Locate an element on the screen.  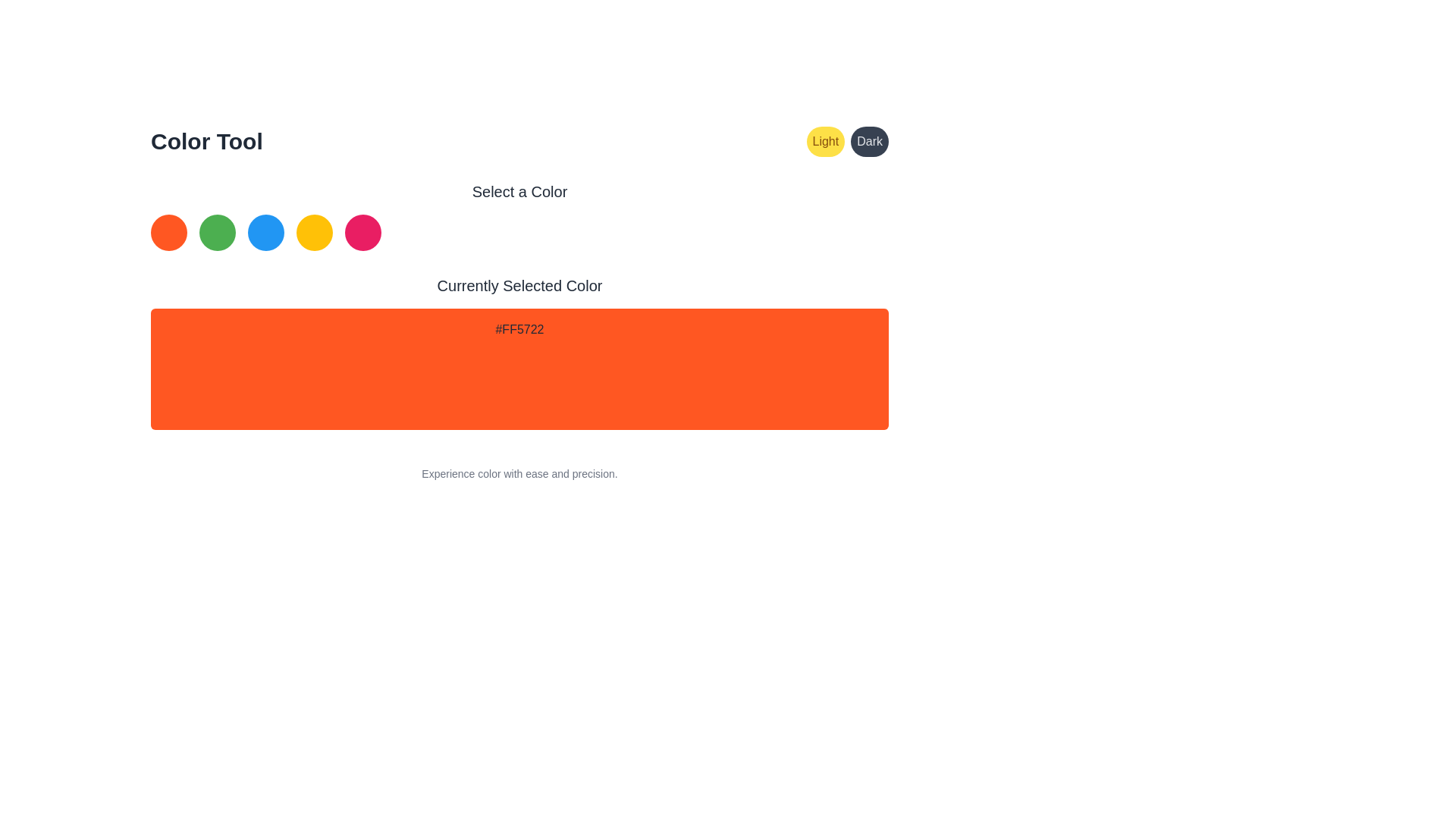
the second circular button in the color selection row is located at coordinates (217, 233).